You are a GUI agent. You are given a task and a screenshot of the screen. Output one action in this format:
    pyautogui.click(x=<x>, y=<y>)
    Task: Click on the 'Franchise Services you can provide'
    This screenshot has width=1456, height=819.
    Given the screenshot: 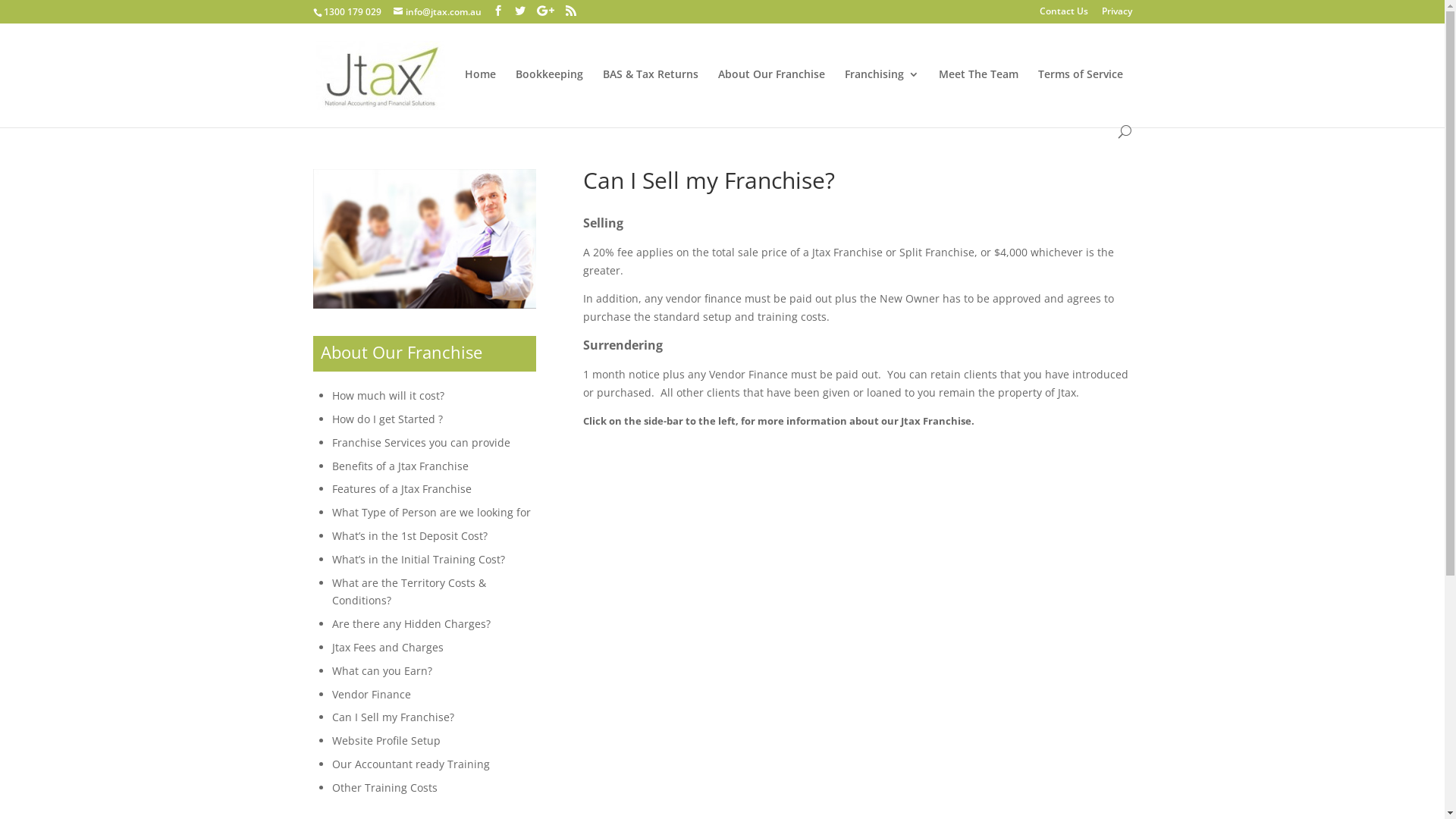 What is the action you would take?
    pyautogui.click(x=421, y=442)
    